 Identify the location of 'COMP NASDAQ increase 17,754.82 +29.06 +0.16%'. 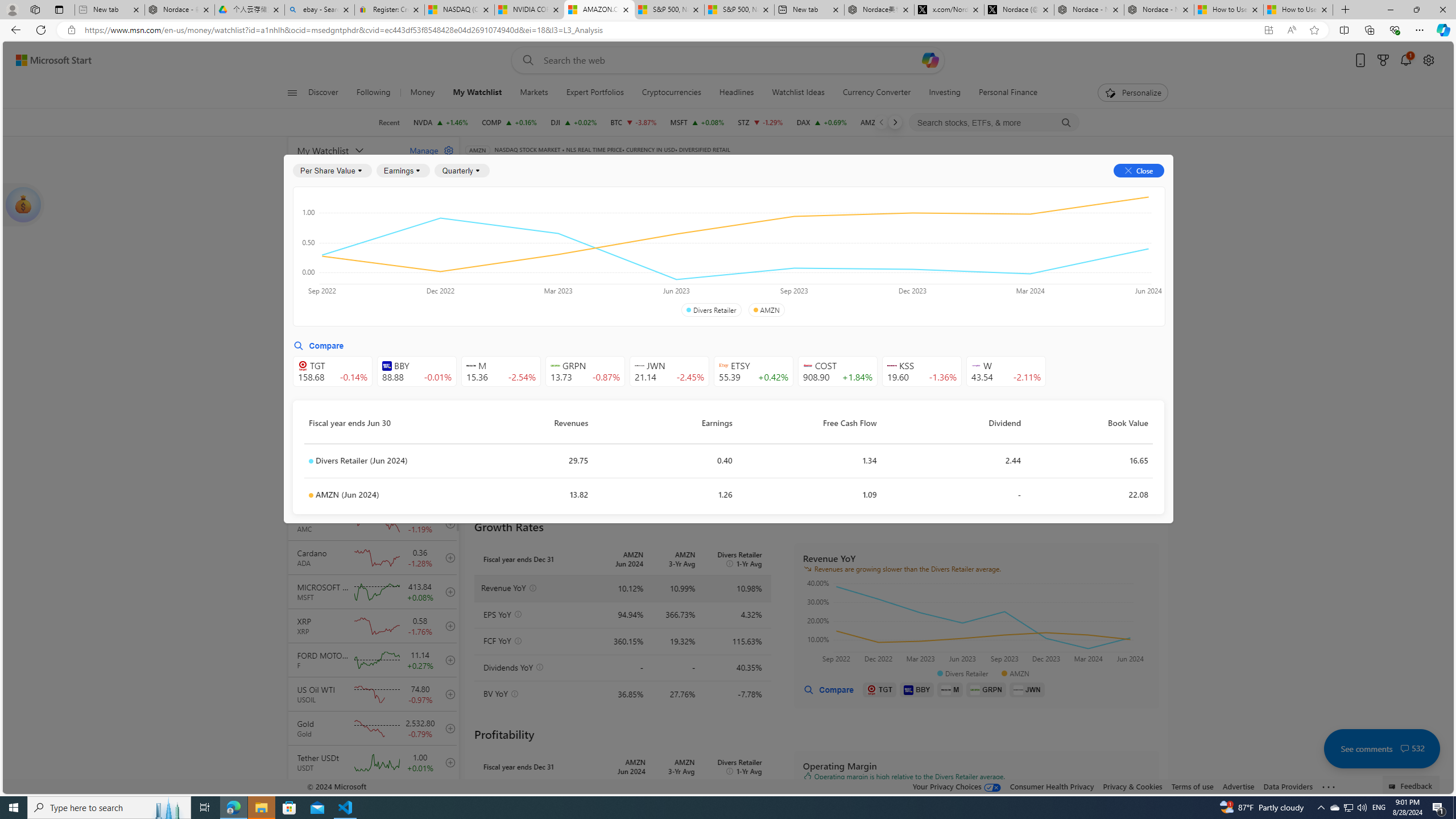
(510, 122).